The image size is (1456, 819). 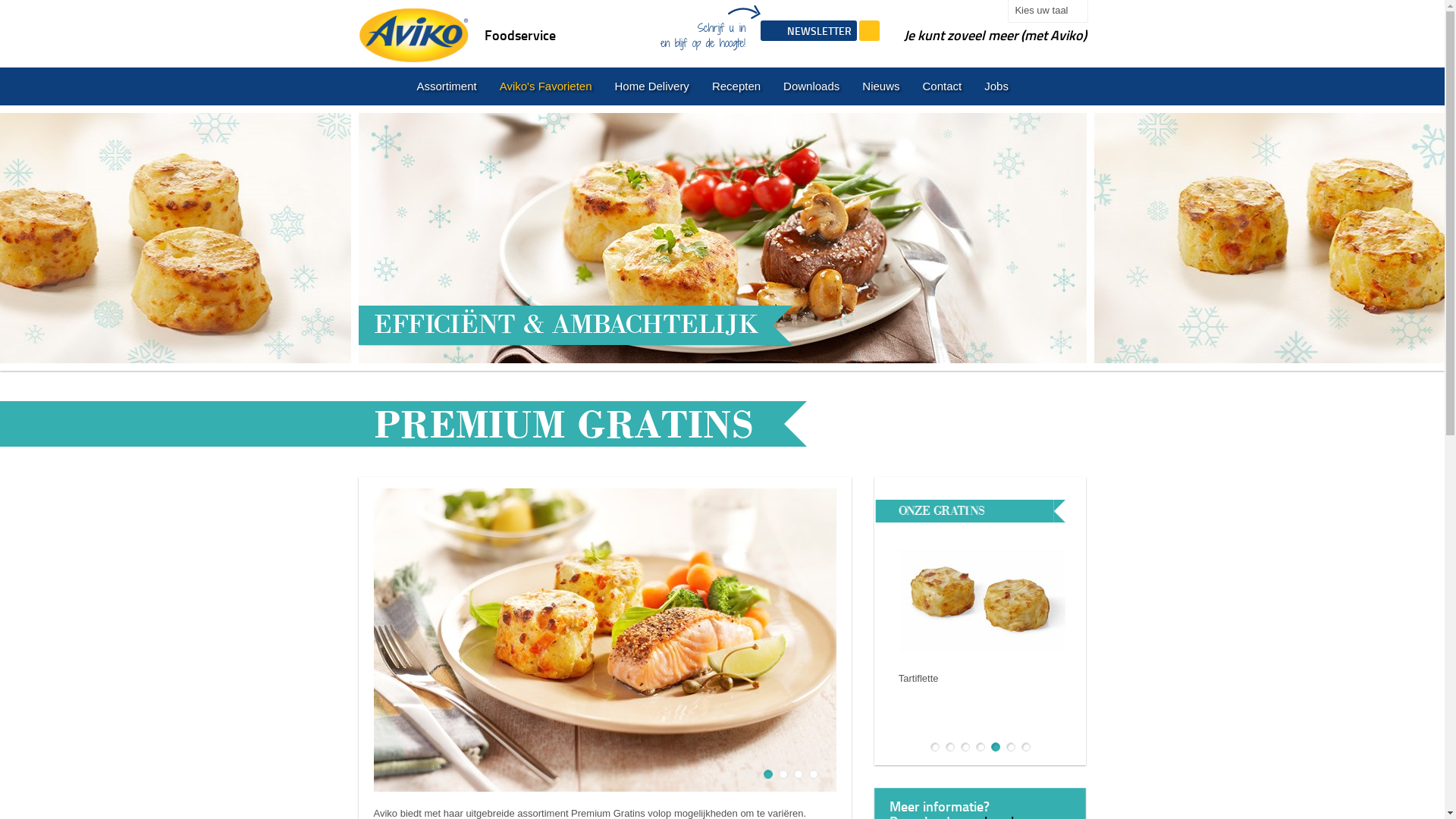 I want to click on 'Nieuws', so click(x=880, y=86).